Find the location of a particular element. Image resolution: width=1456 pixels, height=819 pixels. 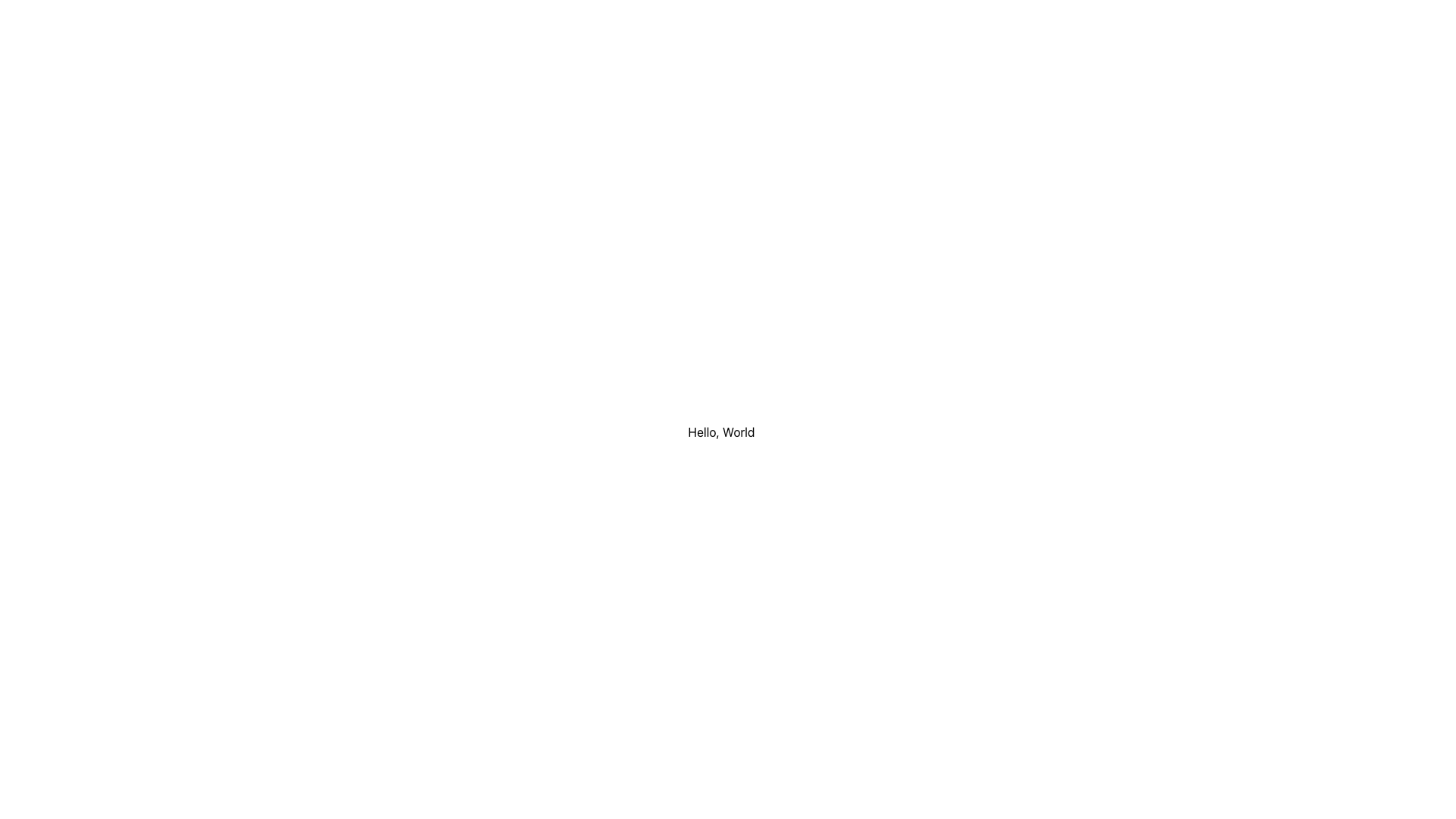

the Text Display element that shows 'Hello, World', which is centrally located within a larger rectangular area with a white background is located at coordinates (720, 432).